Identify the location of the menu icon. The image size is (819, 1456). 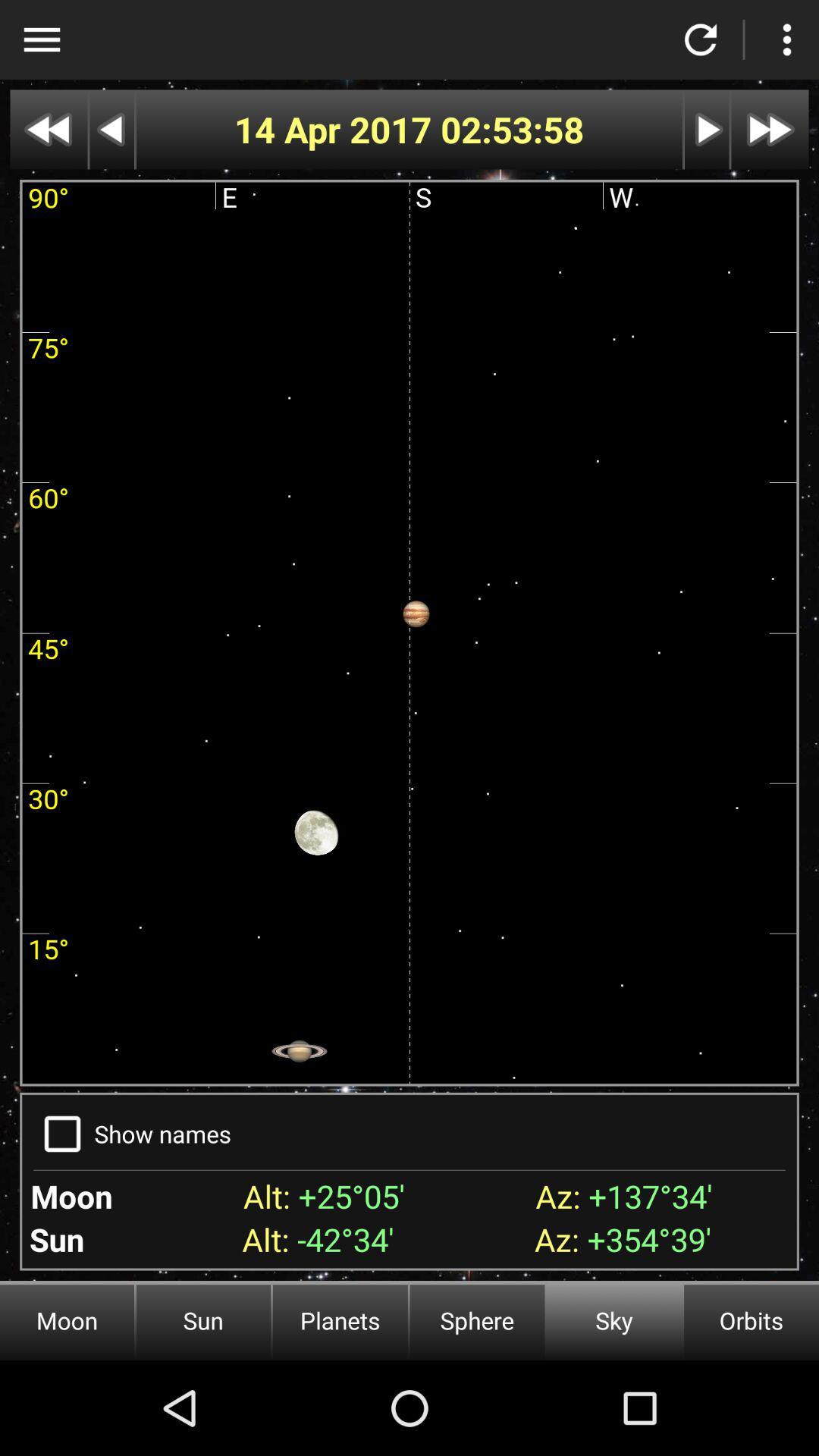
(41, 39).